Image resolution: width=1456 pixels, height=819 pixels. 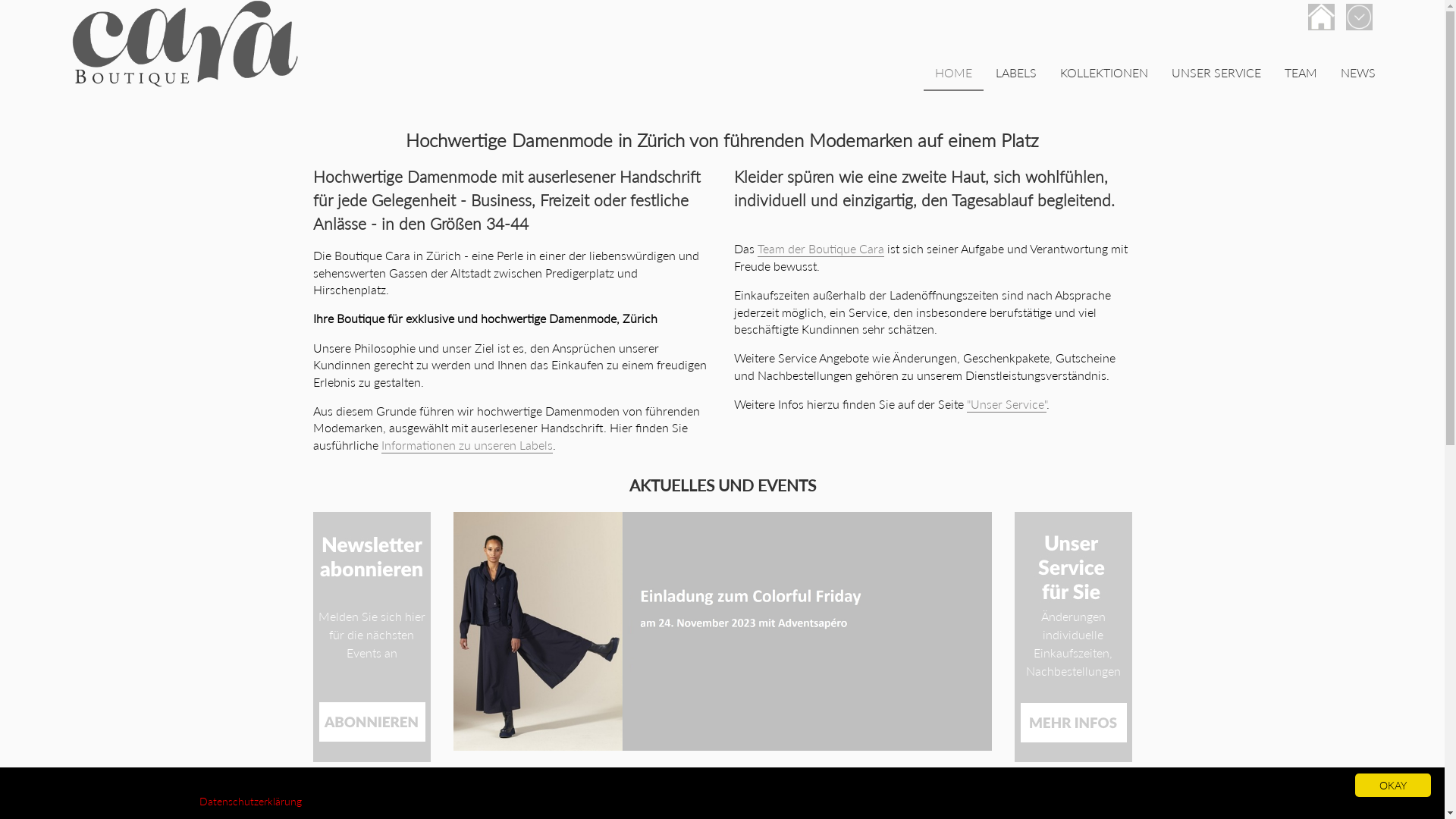 I want to click on 'HOME', so click(x=952, y=74).